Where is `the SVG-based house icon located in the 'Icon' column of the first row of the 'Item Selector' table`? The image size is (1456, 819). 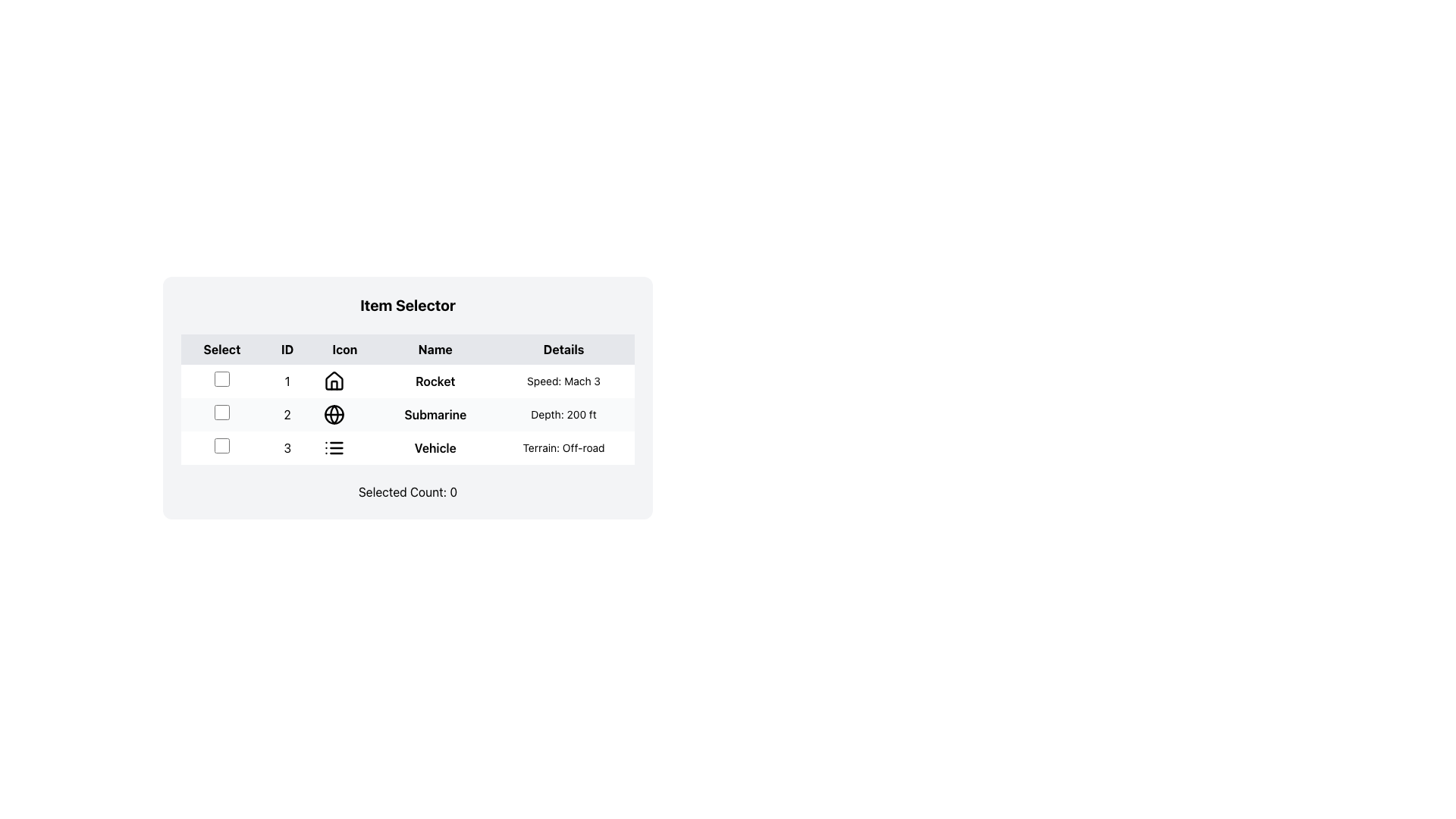 the SVG-based house icon located in the 'Icon' column of the first row of the 'Item Selector' table is located at coordinates (334, 380).